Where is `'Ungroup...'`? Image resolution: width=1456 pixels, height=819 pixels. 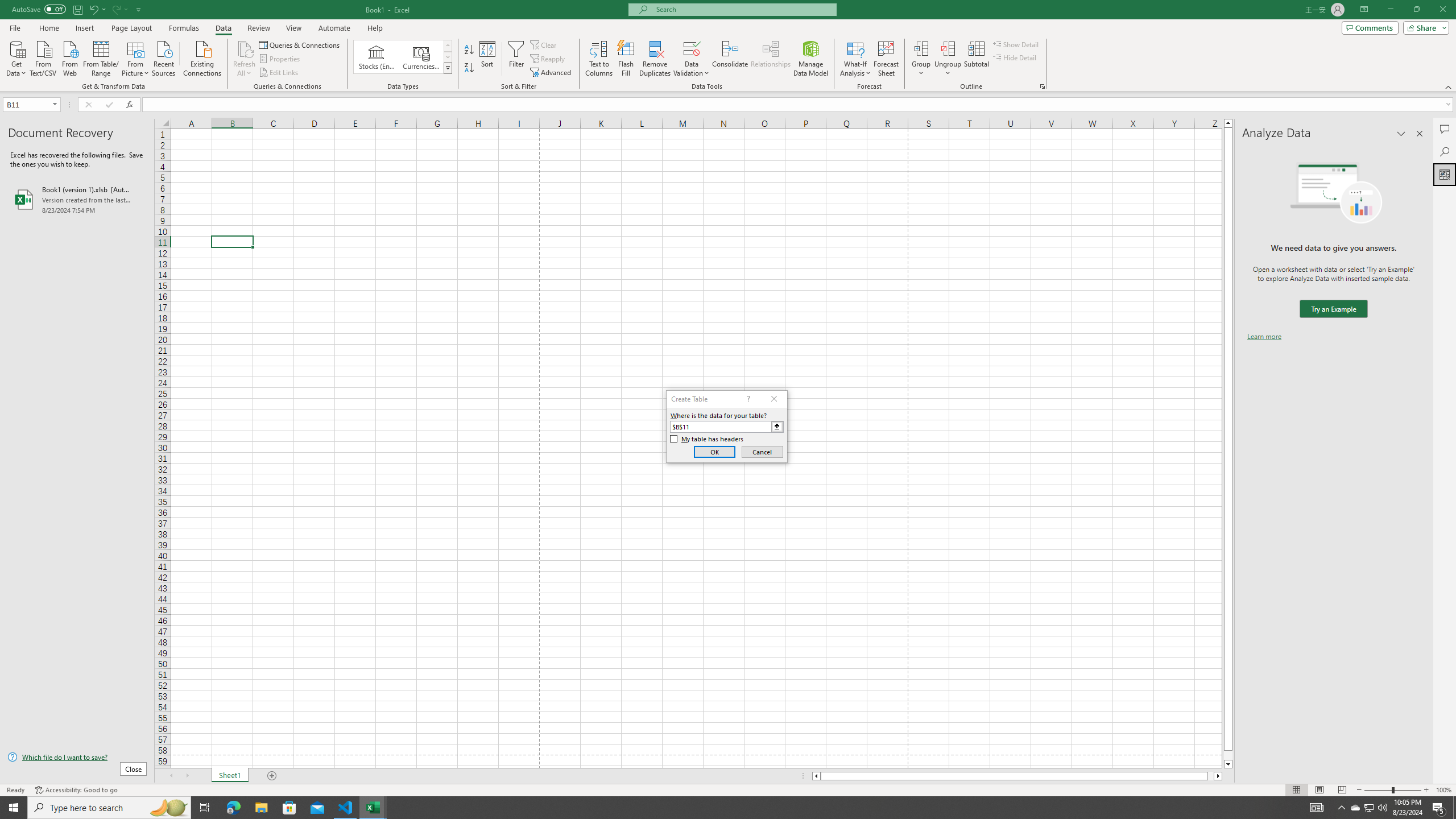 'Ungroup...' is located at coordinates (948, 48).